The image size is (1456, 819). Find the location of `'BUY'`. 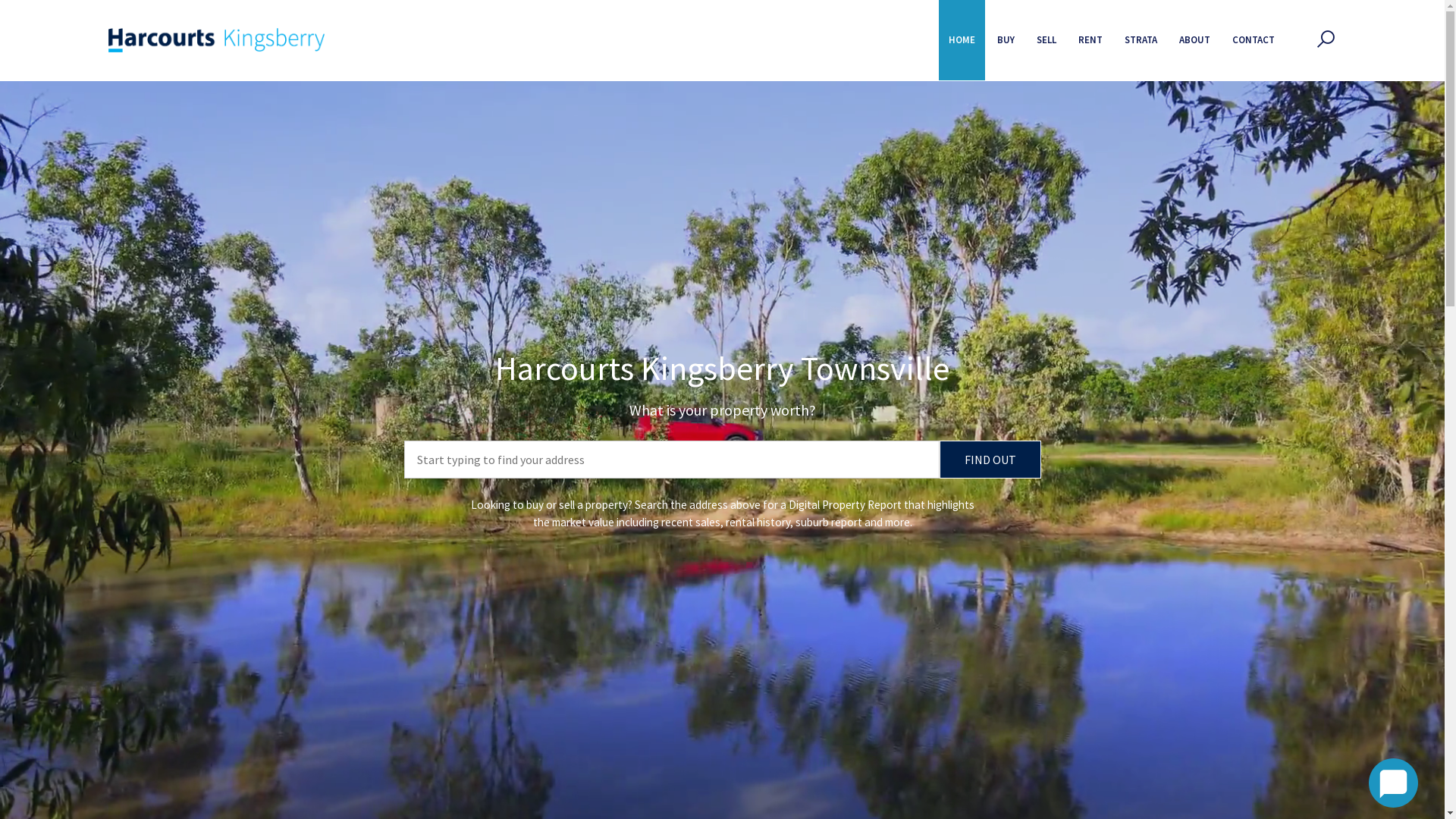

'BUY' is located at coordinates (1006, 39).